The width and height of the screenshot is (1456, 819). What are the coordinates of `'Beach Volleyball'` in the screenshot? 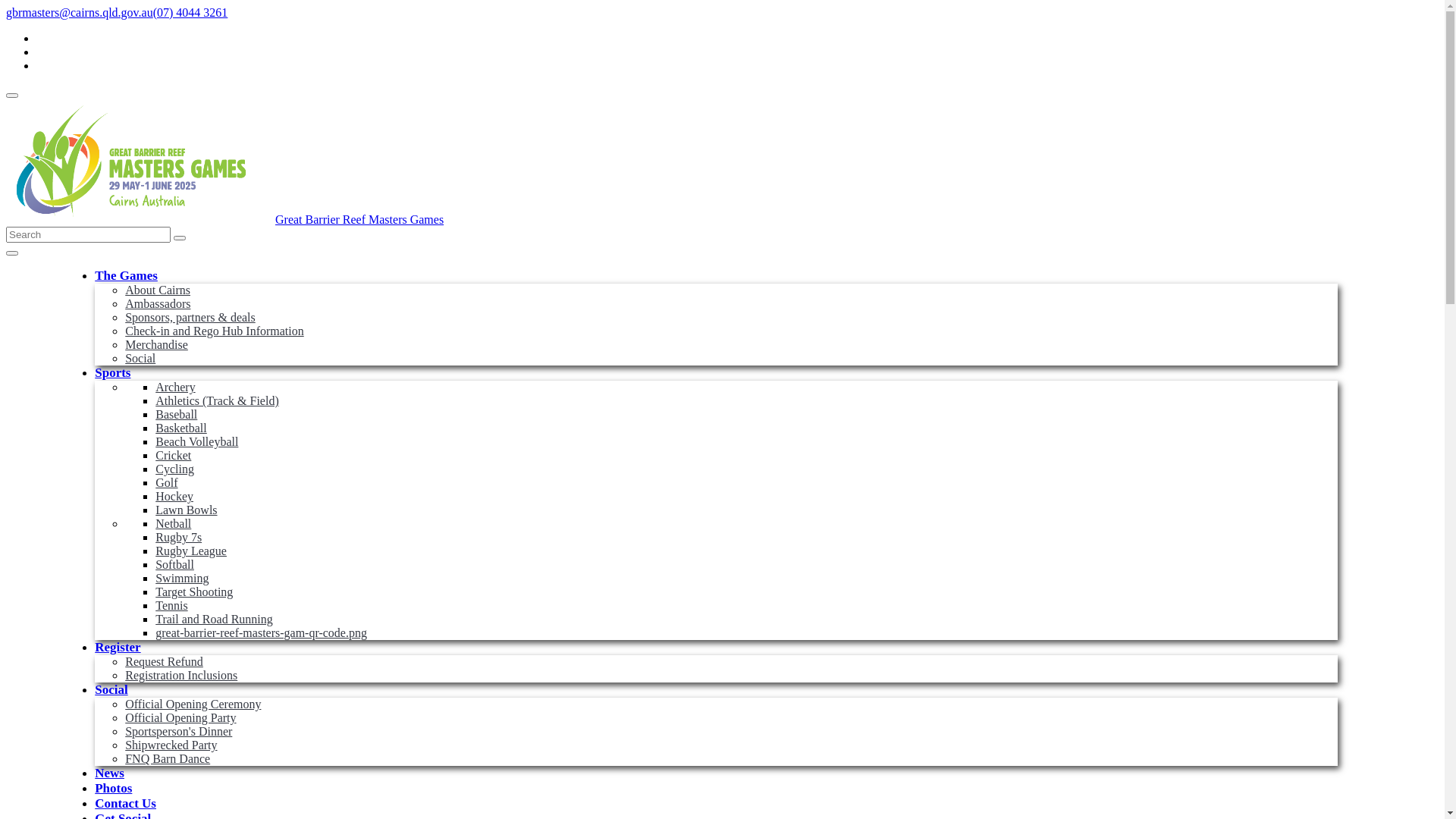 It's located at (196, 441).